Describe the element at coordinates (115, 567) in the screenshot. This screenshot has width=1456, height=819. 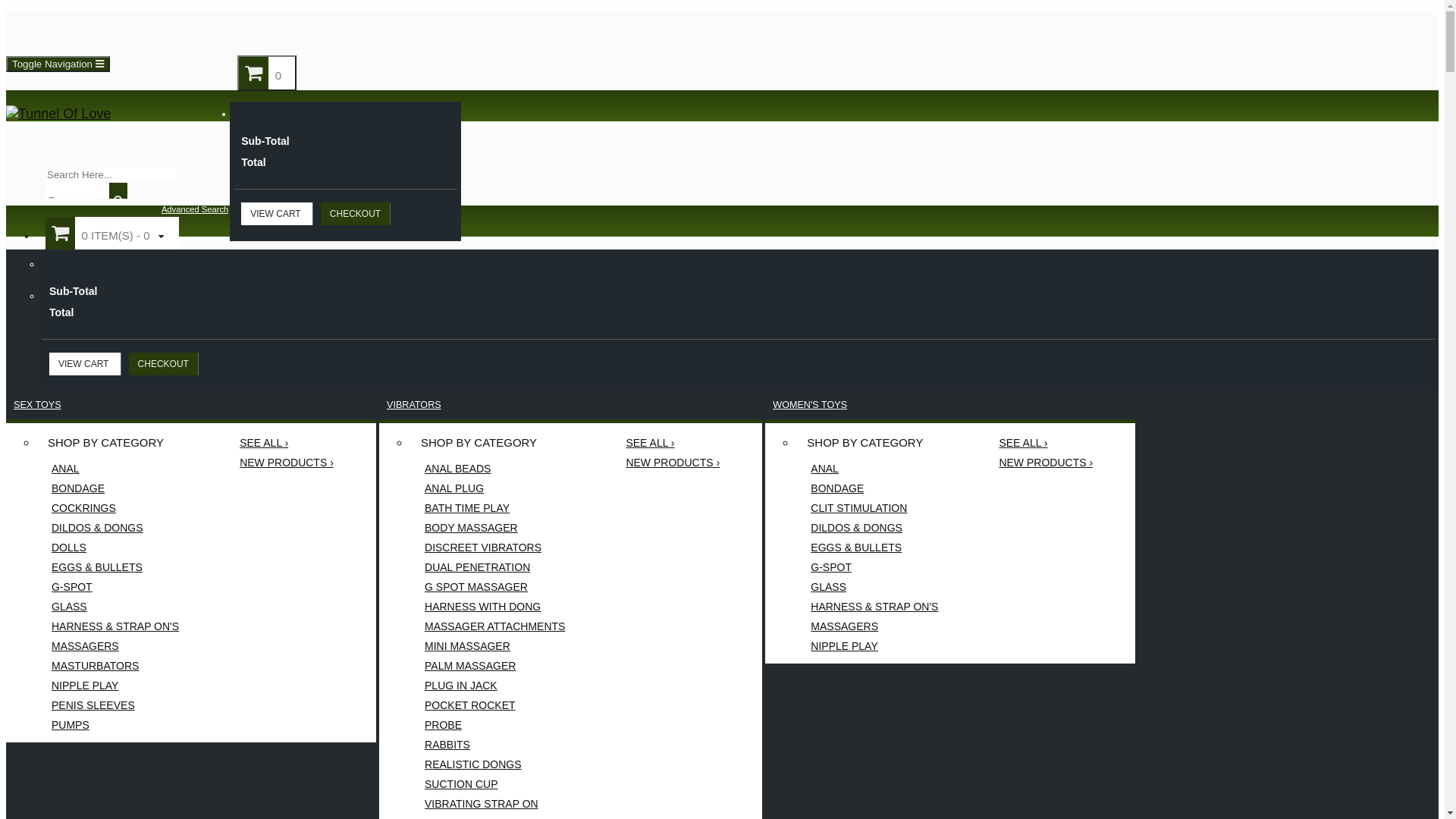
I see `'EGGS & BULLETS'` at that location.